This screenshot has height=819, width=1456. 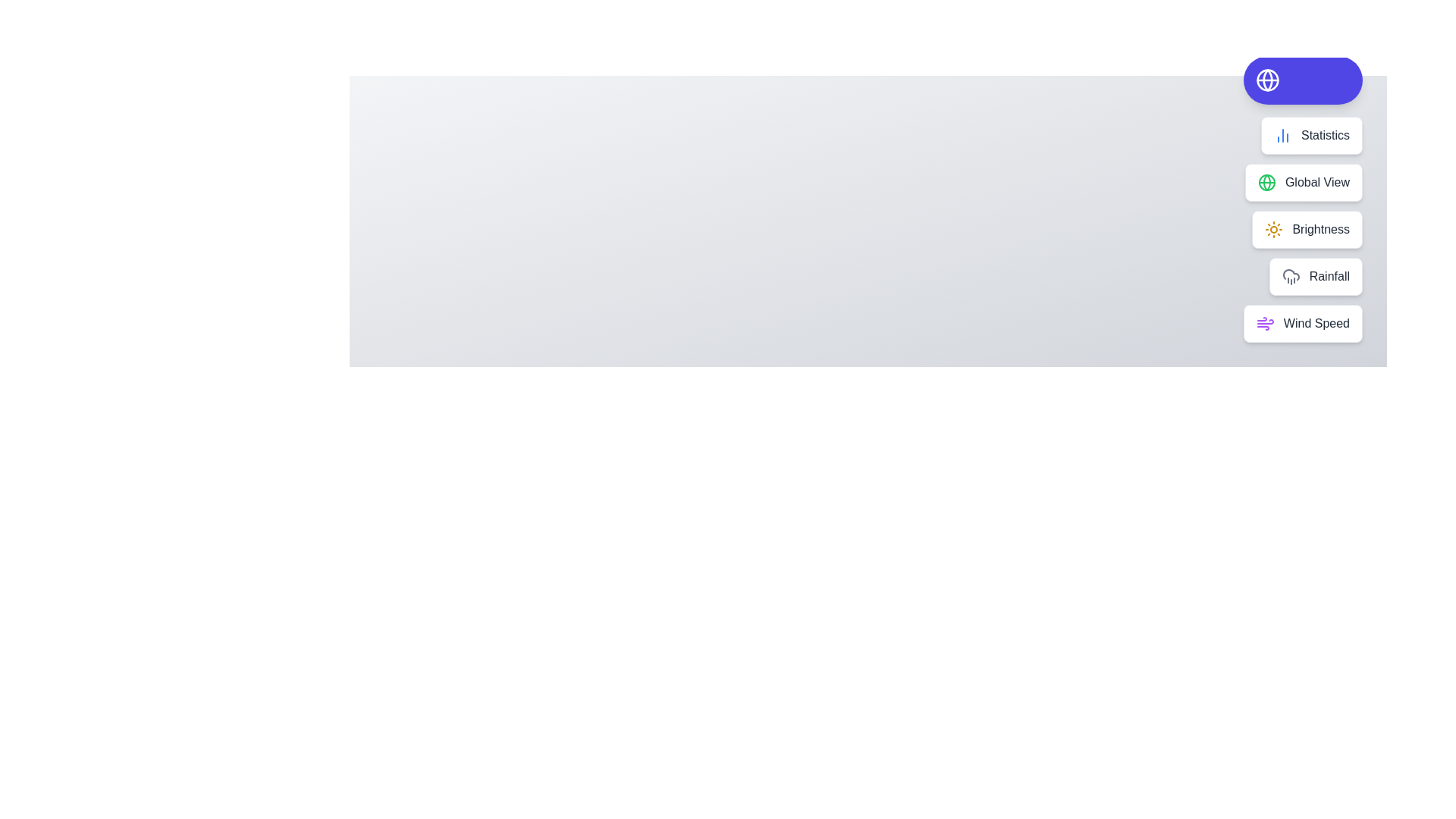 I want to click on the speed dial item corresponding to Wind Speed, so click(x=1302, y=323).